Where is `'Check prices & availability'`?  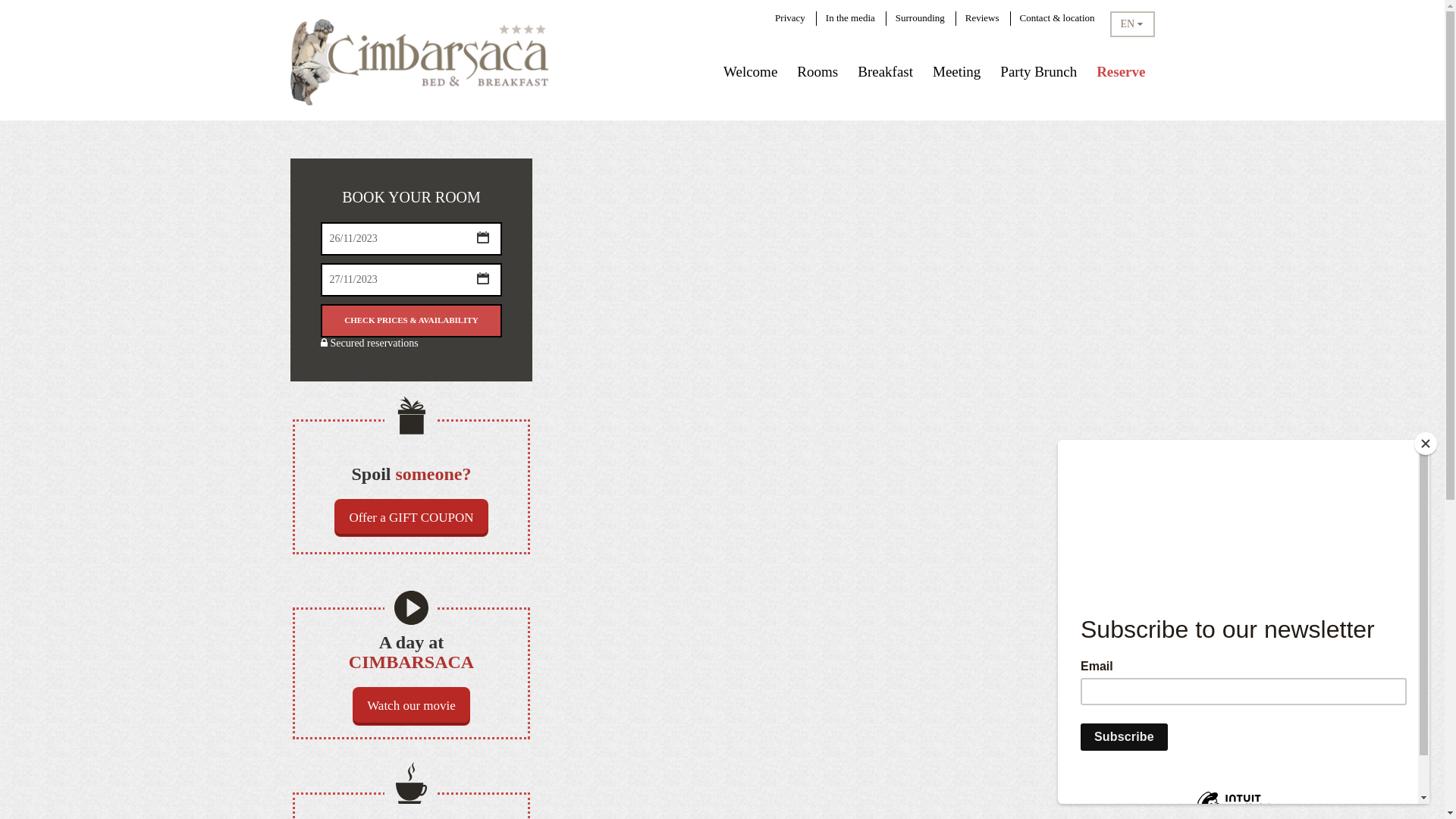
'Check prices & availability' is located at coordinates (411, 320).